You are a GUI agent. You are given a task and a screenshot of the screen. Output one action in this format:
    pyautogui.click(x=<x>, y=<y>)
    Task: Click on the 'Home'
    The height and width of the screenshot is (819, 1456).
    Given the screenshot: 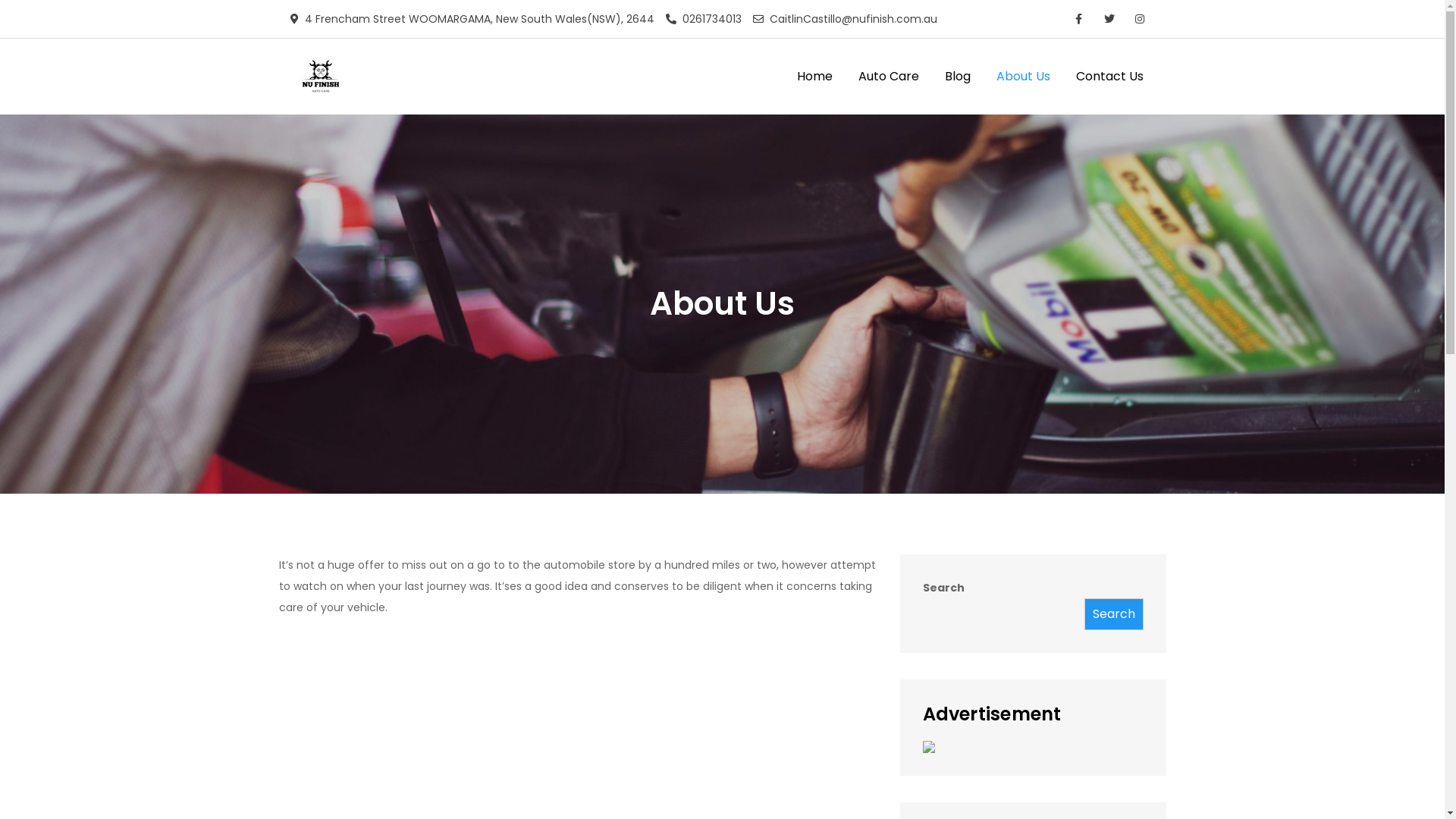 What is the action you would take?
    pyautogui.click(x=814, y=76)
    